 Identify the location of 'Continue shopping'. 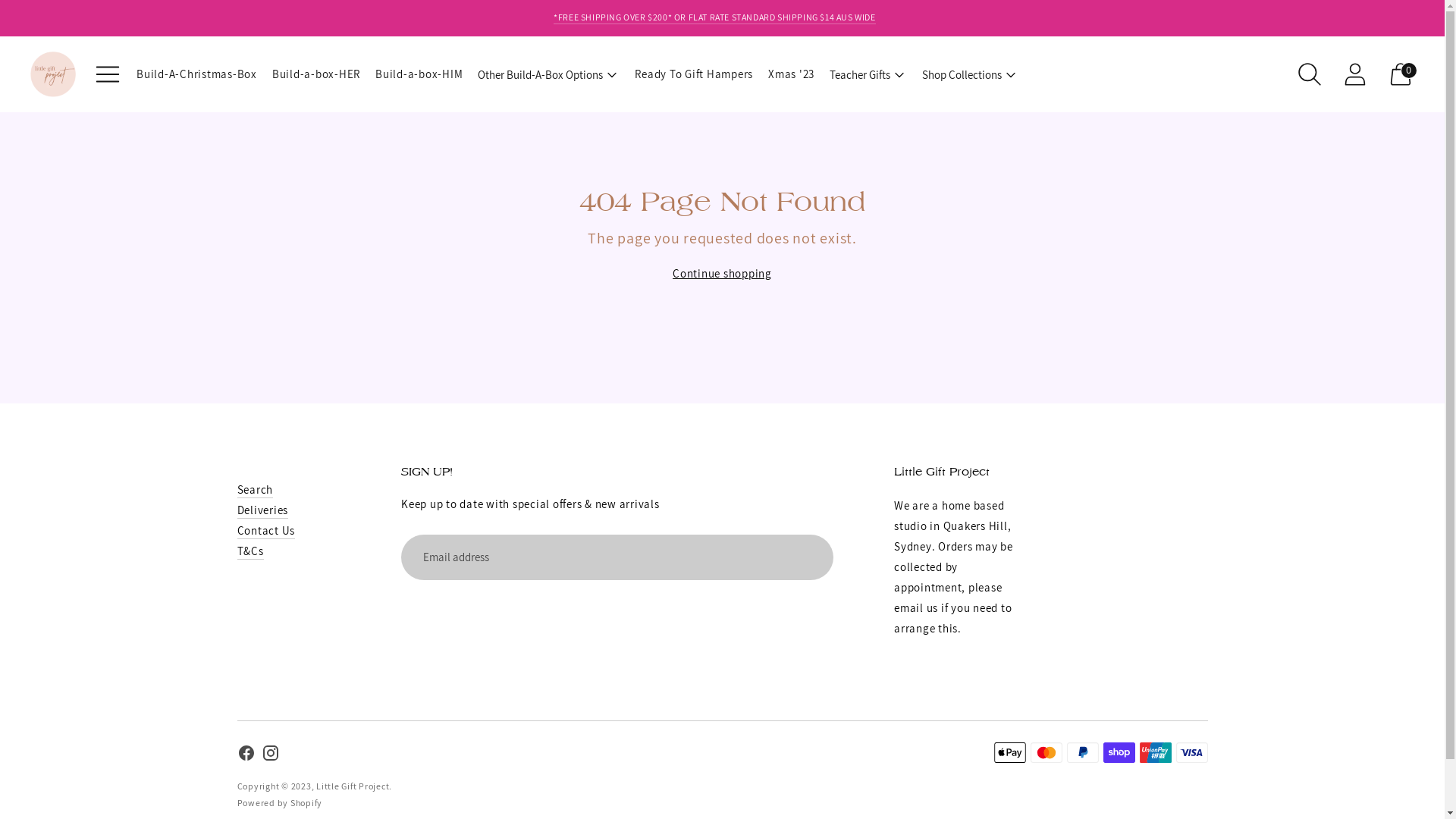
(721, 273).